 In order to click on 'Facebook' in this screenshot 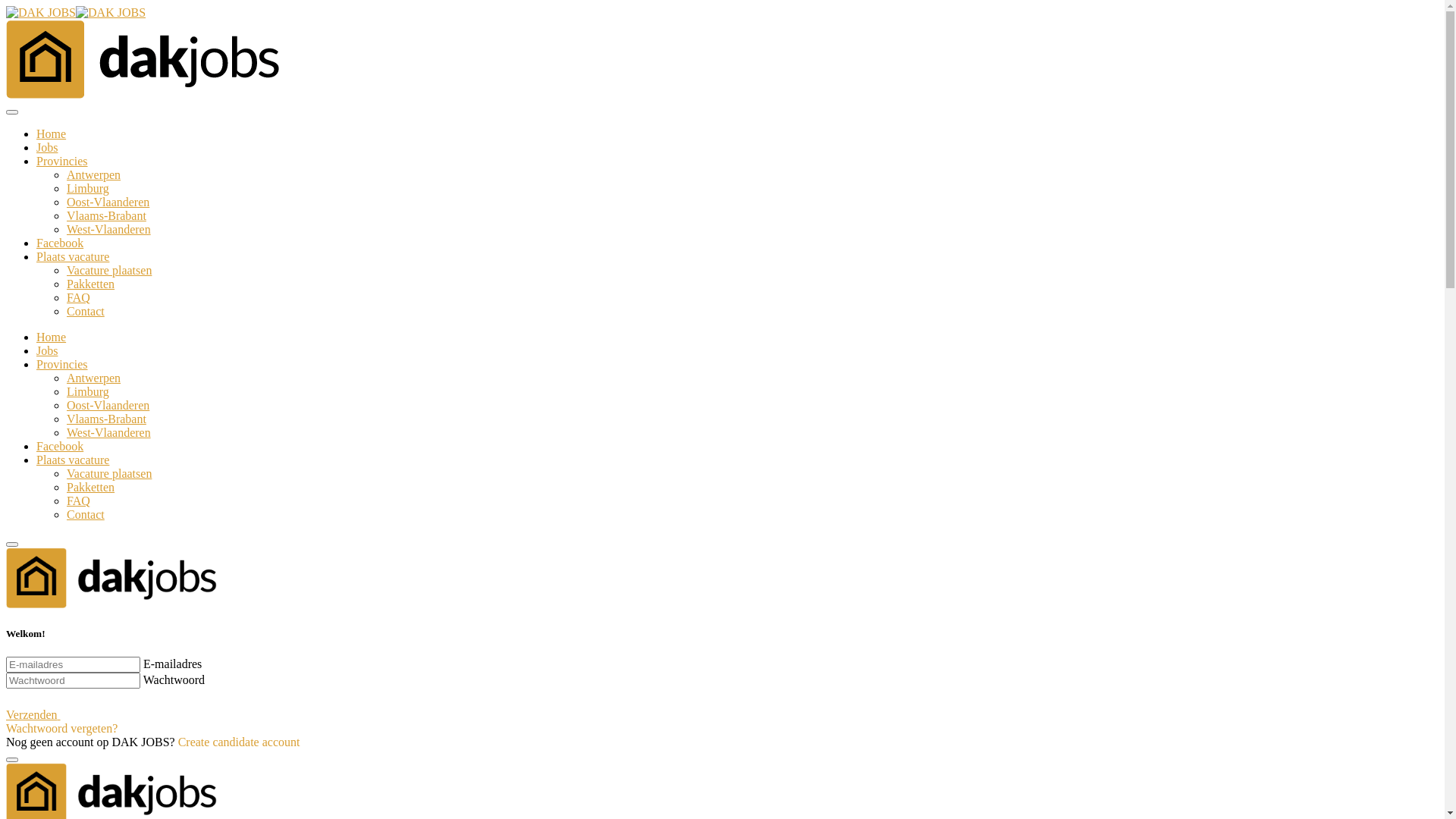, I will do `click(59, 445)`.